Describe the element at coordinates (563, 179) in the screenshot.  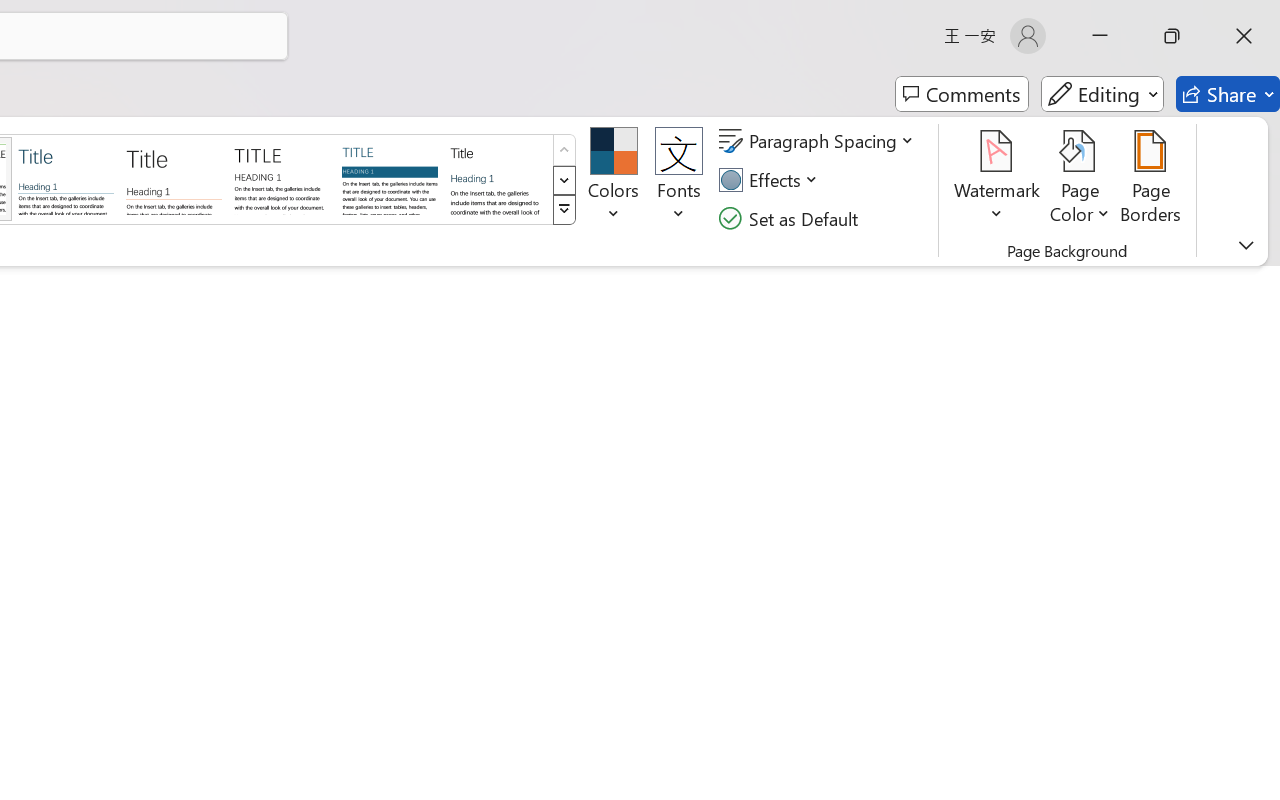
I see `'Row Down'` at that location.